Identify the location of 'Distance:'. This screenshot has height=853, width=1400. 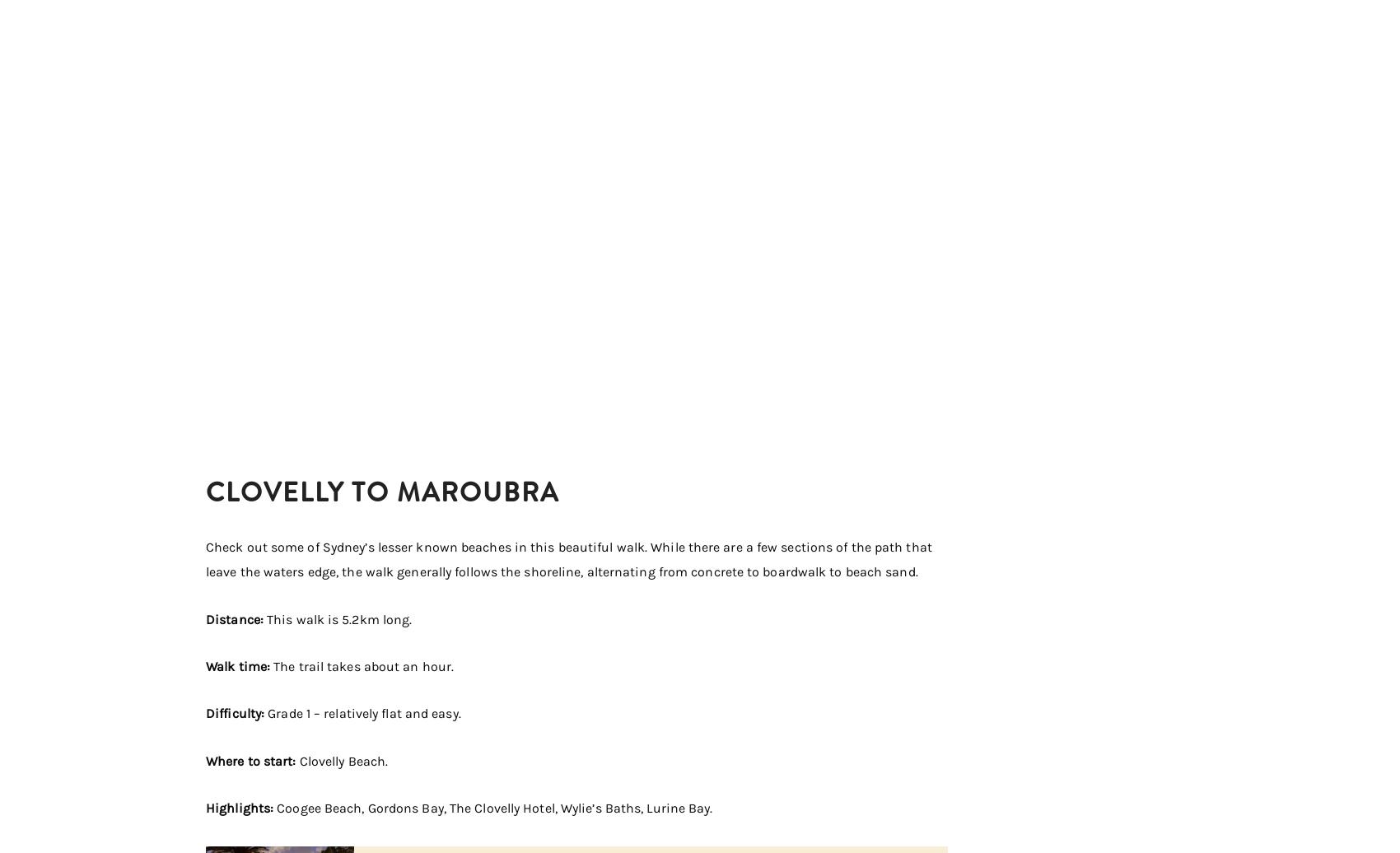
(206, 618).